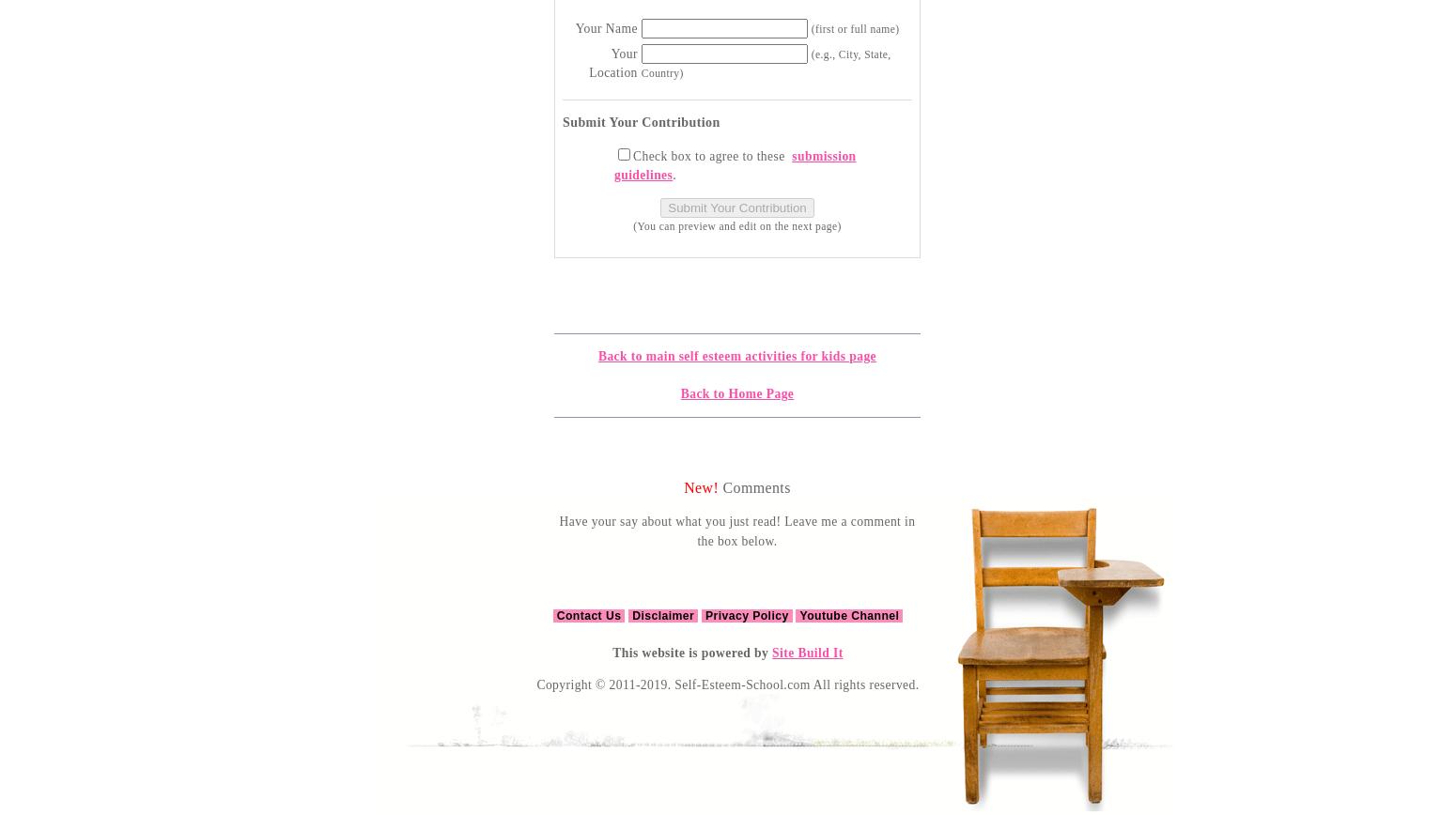  Describe the element at coordinates (587, 614) in the screenshot. I see `'Contact Us'` at that location.